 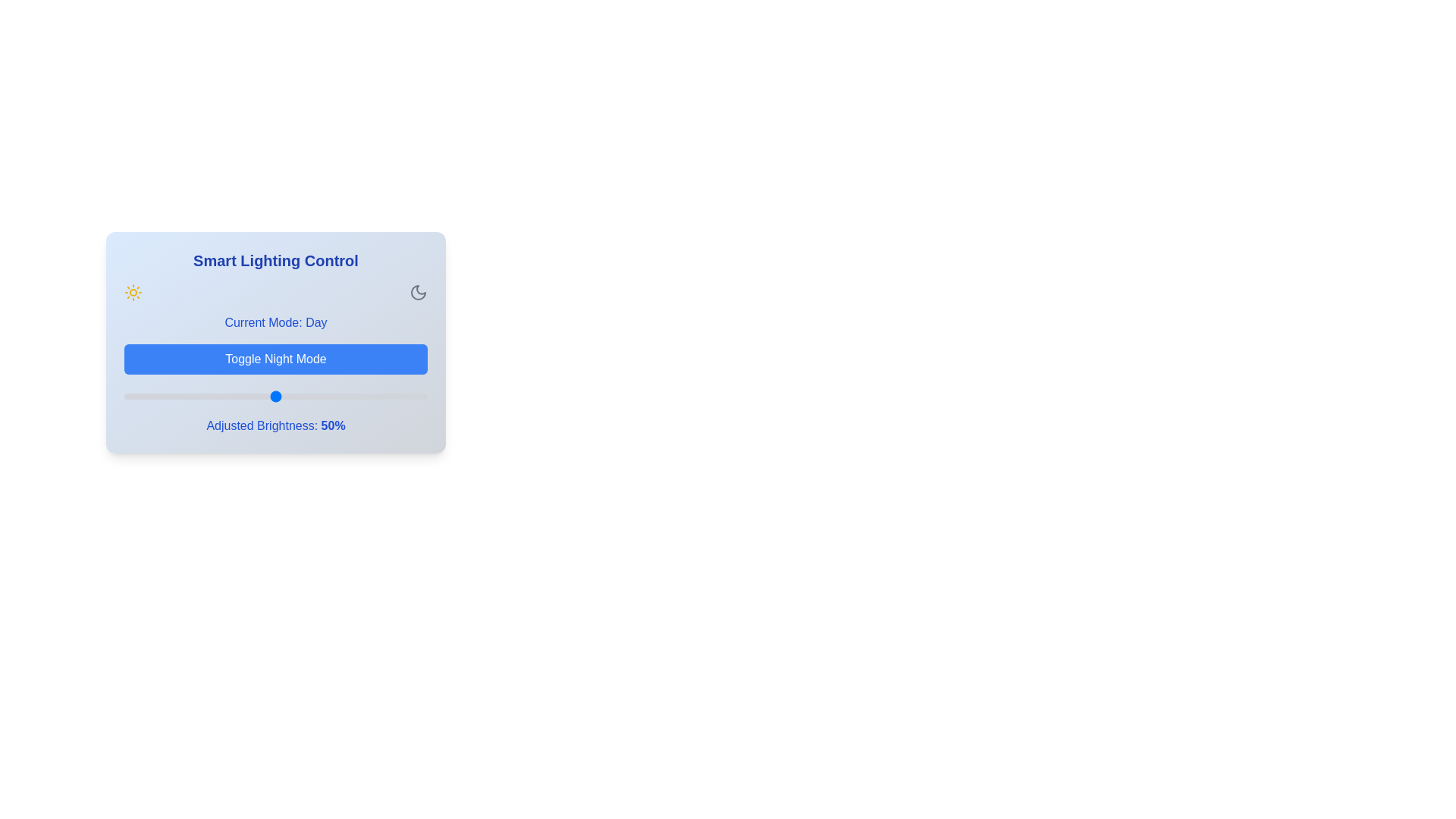 I want to click on the static text label indicating the current mode of the application, which shows 'Day' mode, so click(x=315, y=322).